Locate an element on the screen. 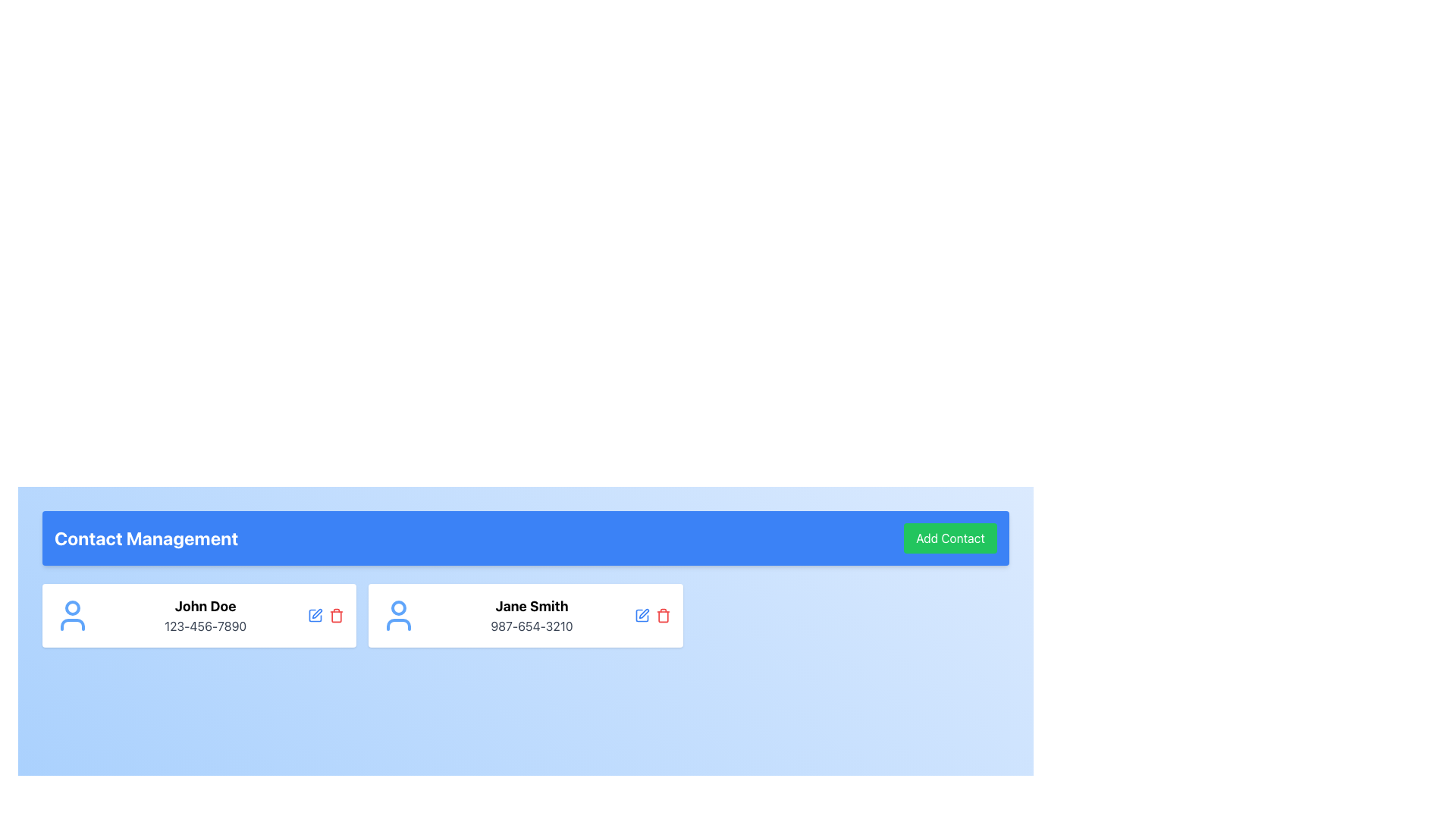 This screenshot has width=1456, height=819. the small circular shape with a blue outline that represents the head portion of the user icon for Jane Smith in the second contact card of the Contact Management interface is located at coordinates (399, 607).